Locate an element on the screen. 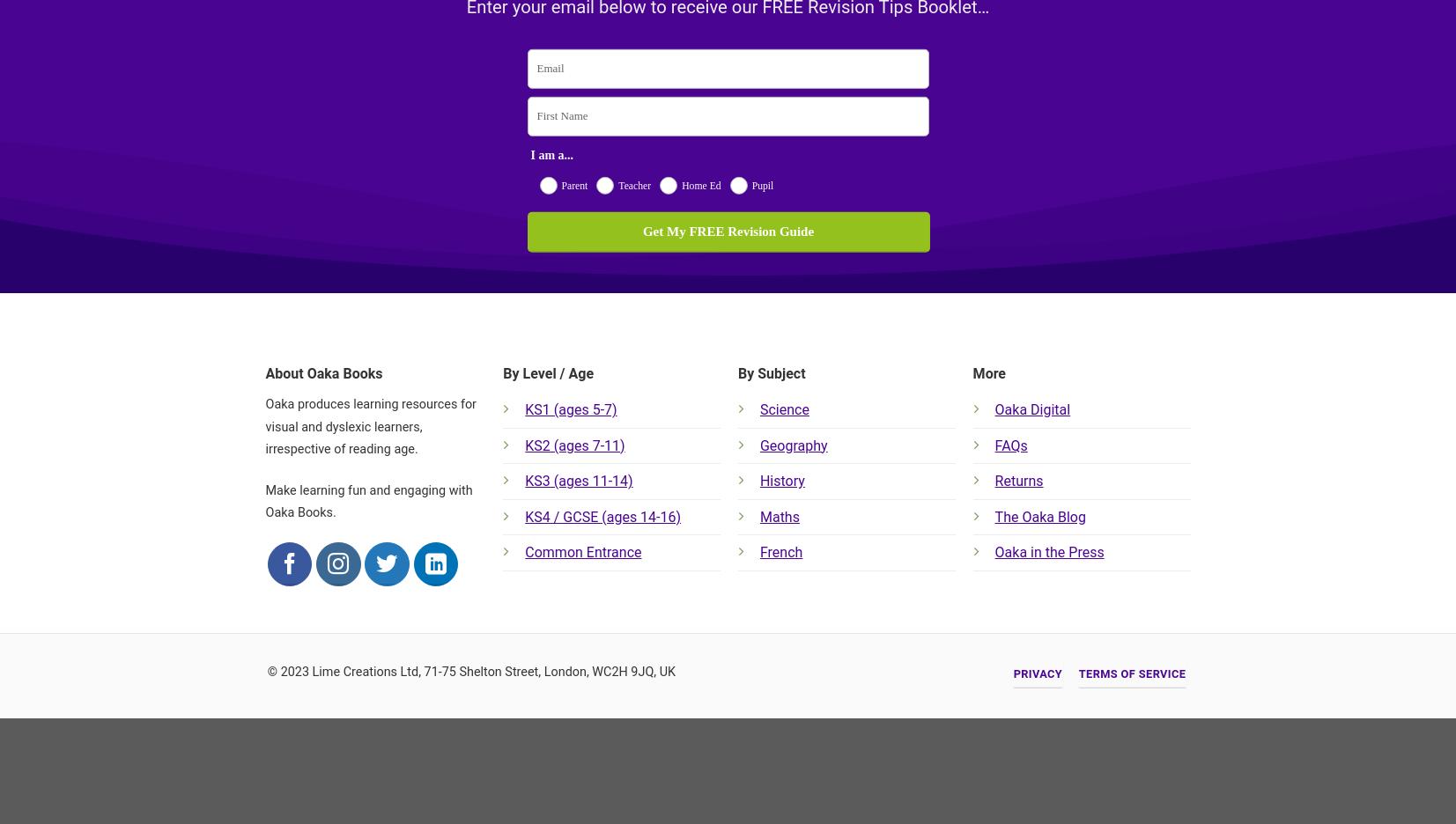 This screenshot has height=824, width=1456. 'Teacher' is located at coordinates (633, 186).